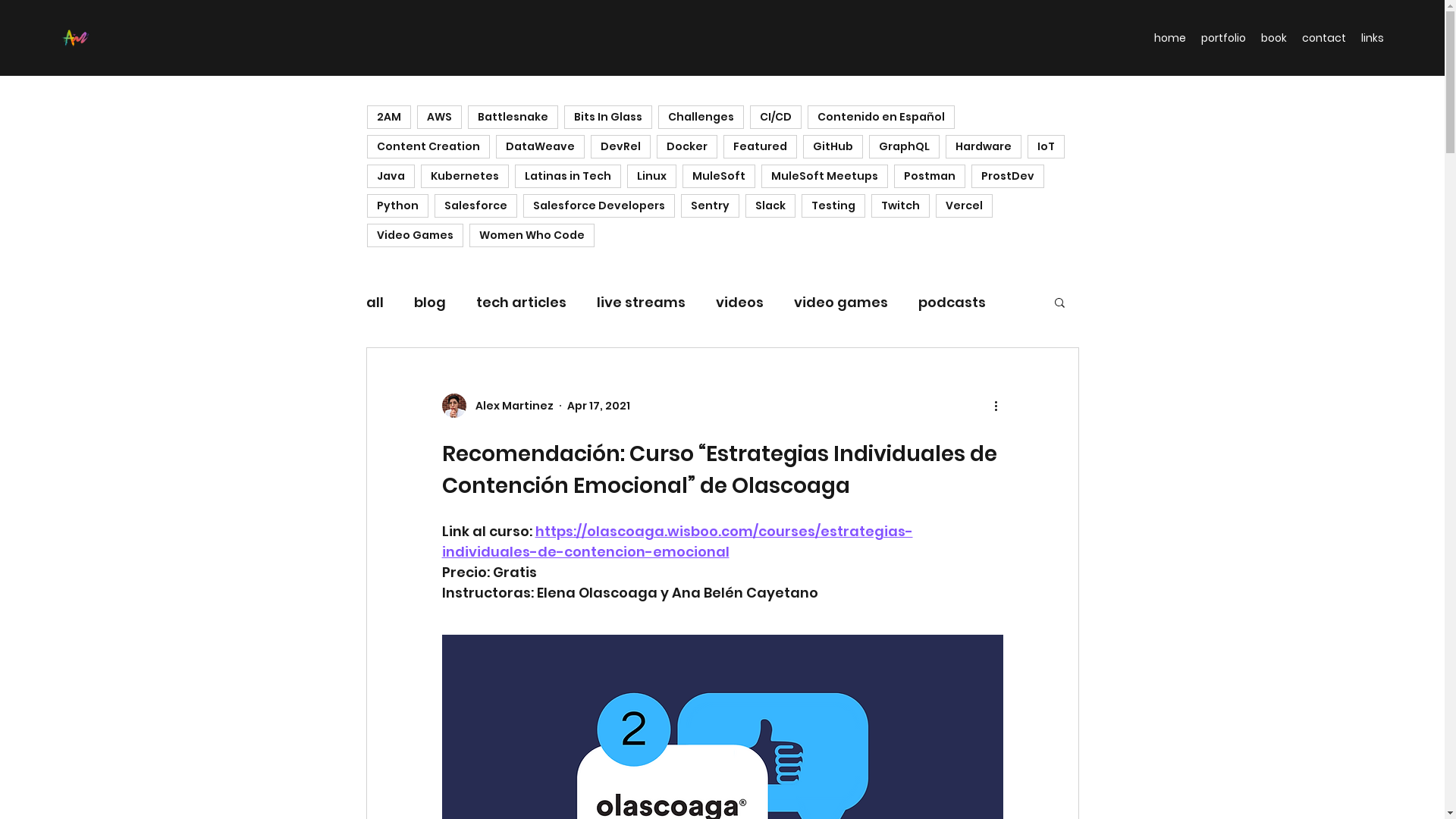  What do you see at coordinates (397, 206) in the screenshot?
I see `'Python'` at bounding box center [397, 206].